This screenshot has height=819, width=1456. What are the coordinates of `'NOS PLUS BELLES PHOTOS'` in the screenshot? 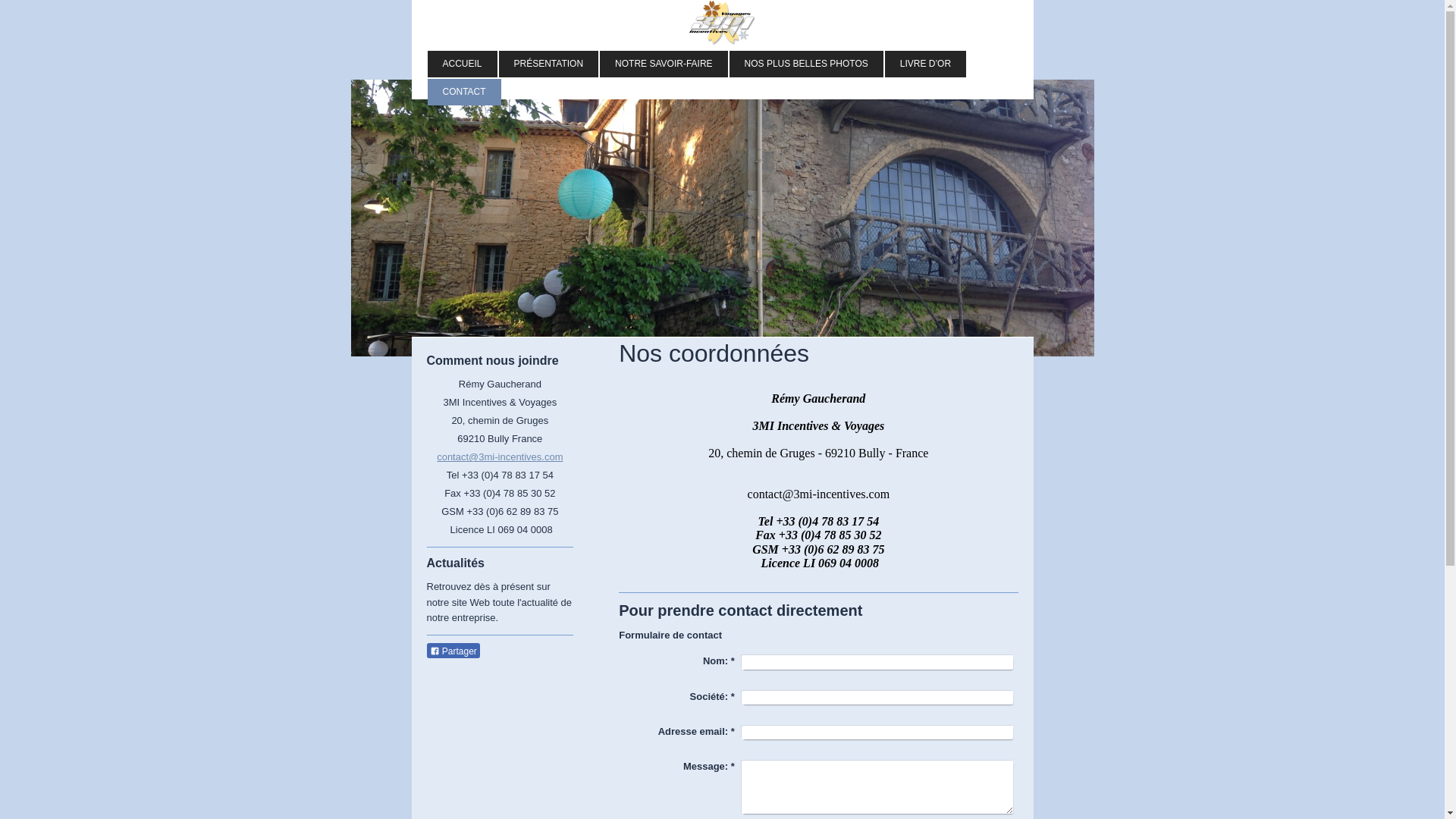 It's located at (805, 63).